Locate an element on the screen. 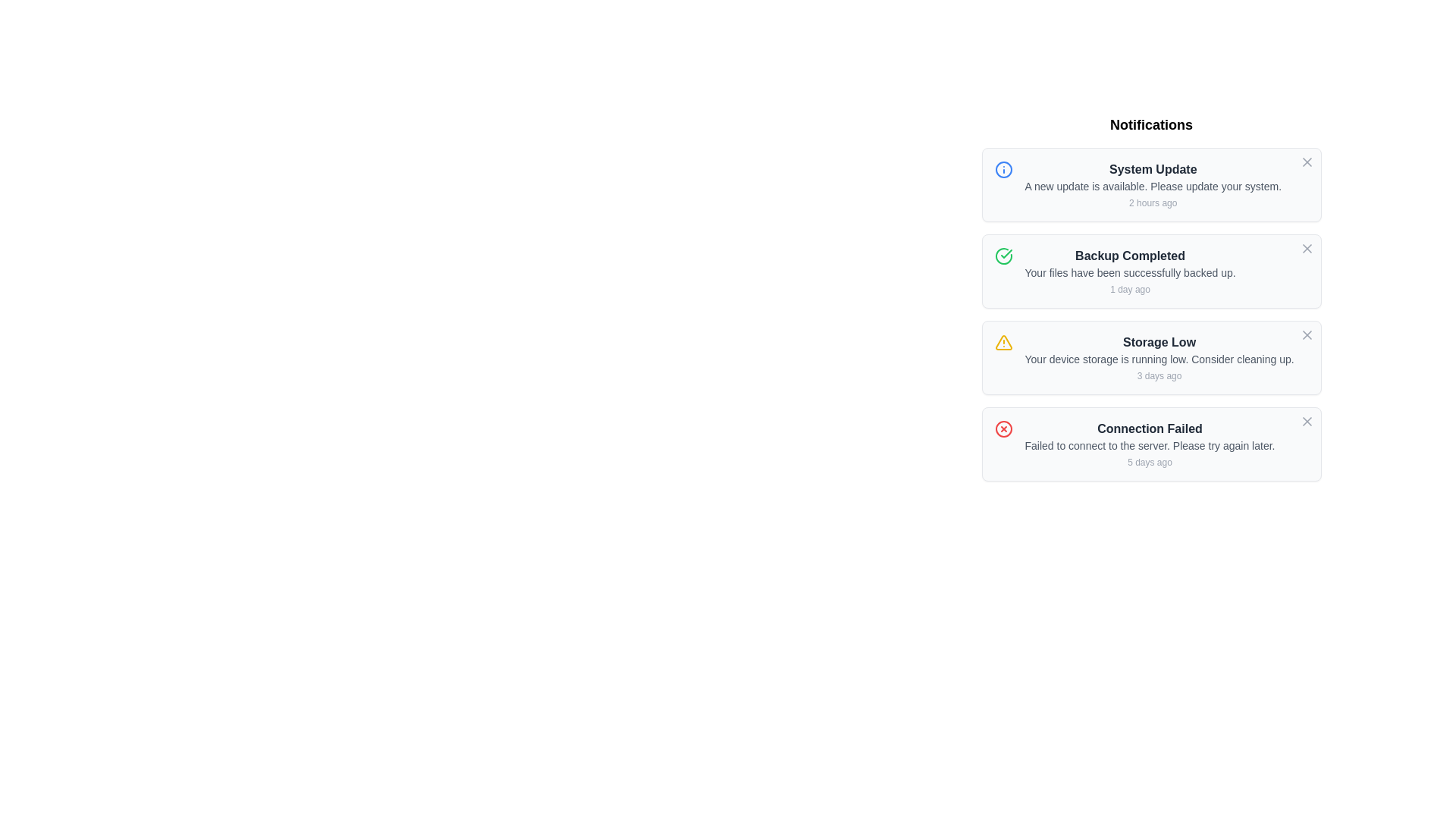 The width and height of the screenshot is (1456, 819). the text label displaying '3 days ago', which is positioned below the notification message 'Your device storage is running low.' is located at coordinates (1159, 375).